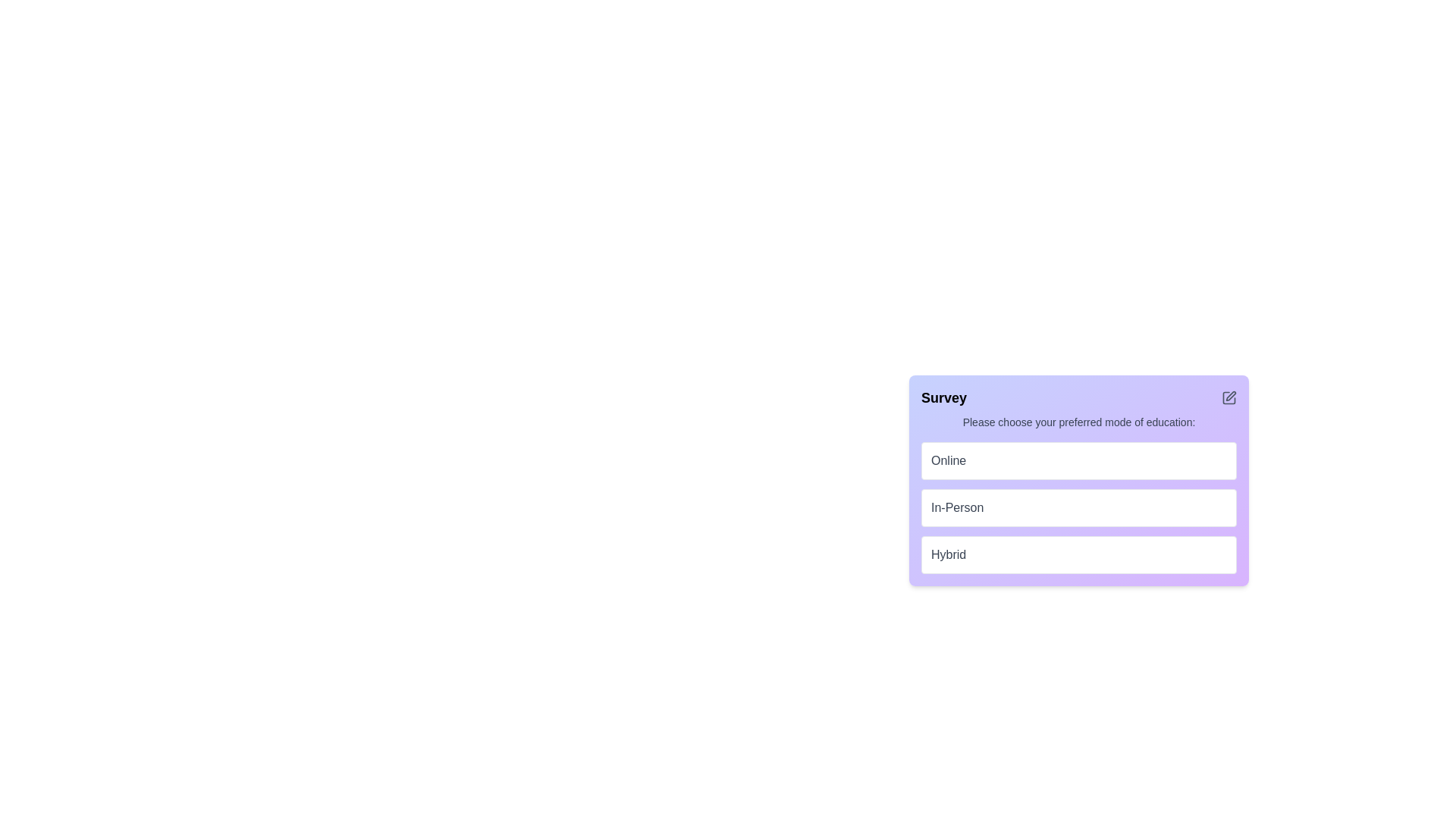  Describe the element at coordinates (1078, 525) in the screenshot. I see `the 'In-Person' option button, which is the second option in a vertically stacked list of three options within a centered modal` at that location.